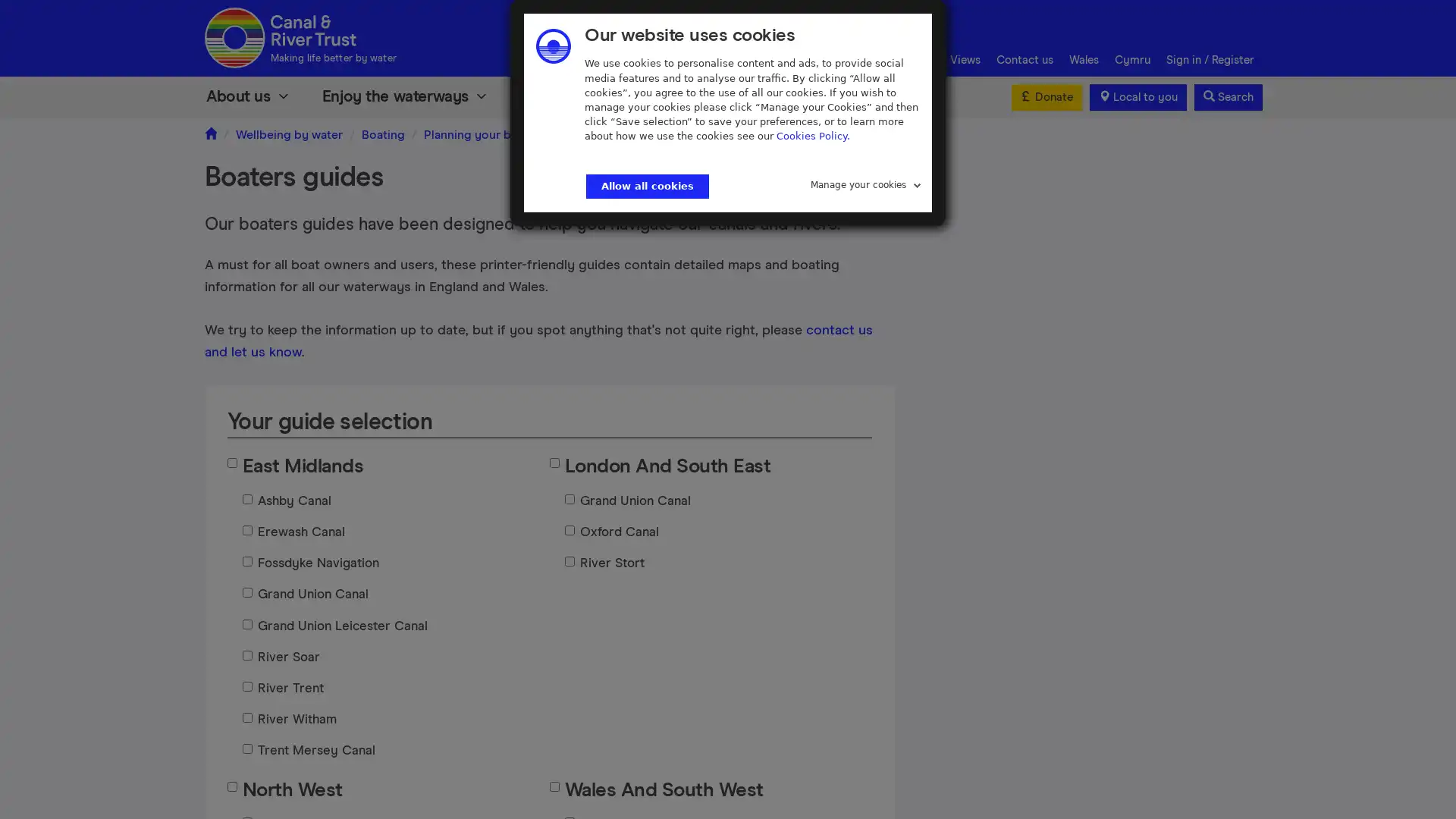  I want to click on Enjoy the waterways, so click(407, 96).